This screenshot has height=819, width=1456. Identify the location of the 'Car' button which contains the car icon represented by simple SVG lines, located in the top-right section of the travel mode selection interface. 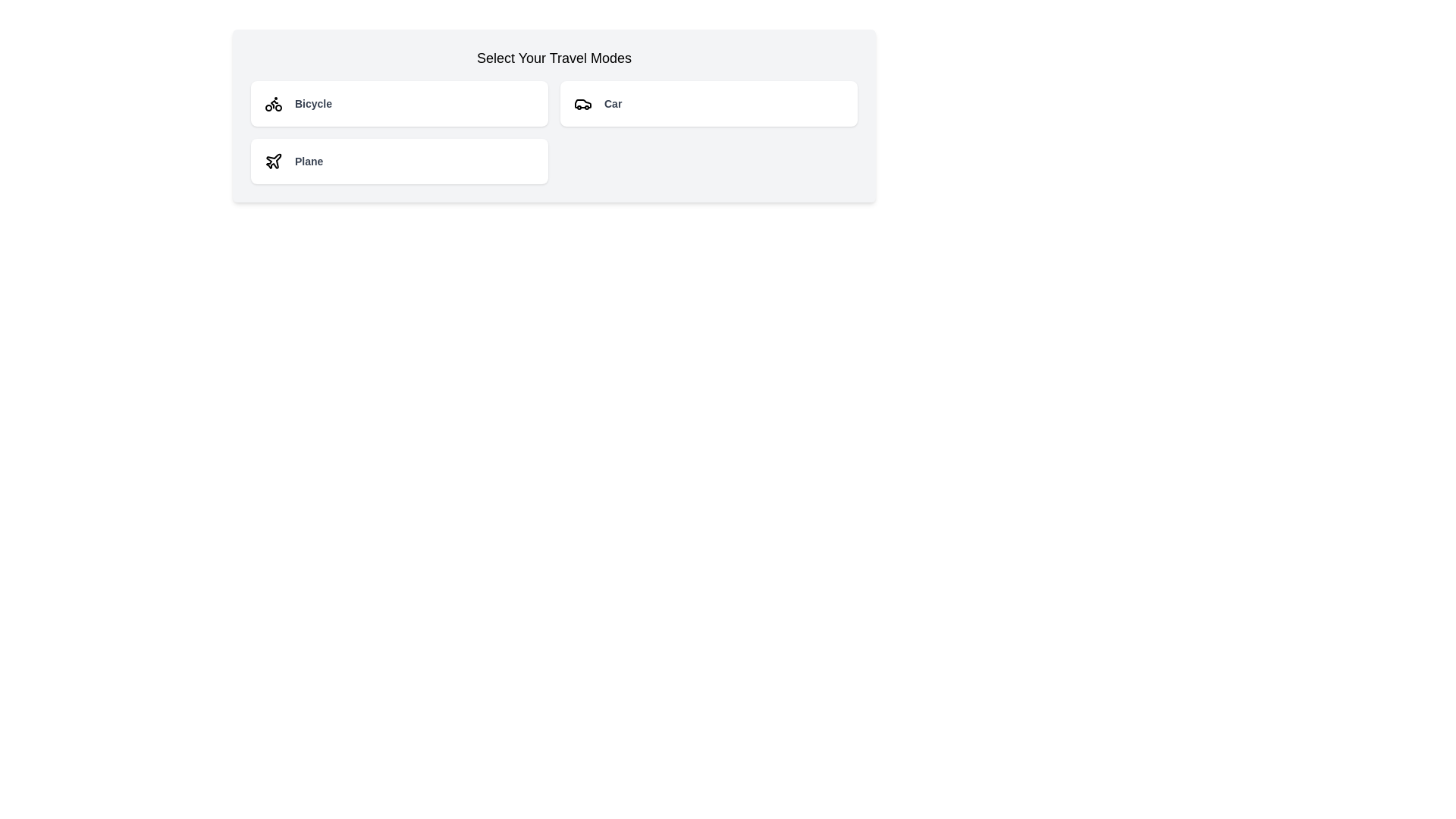
(582, 103).